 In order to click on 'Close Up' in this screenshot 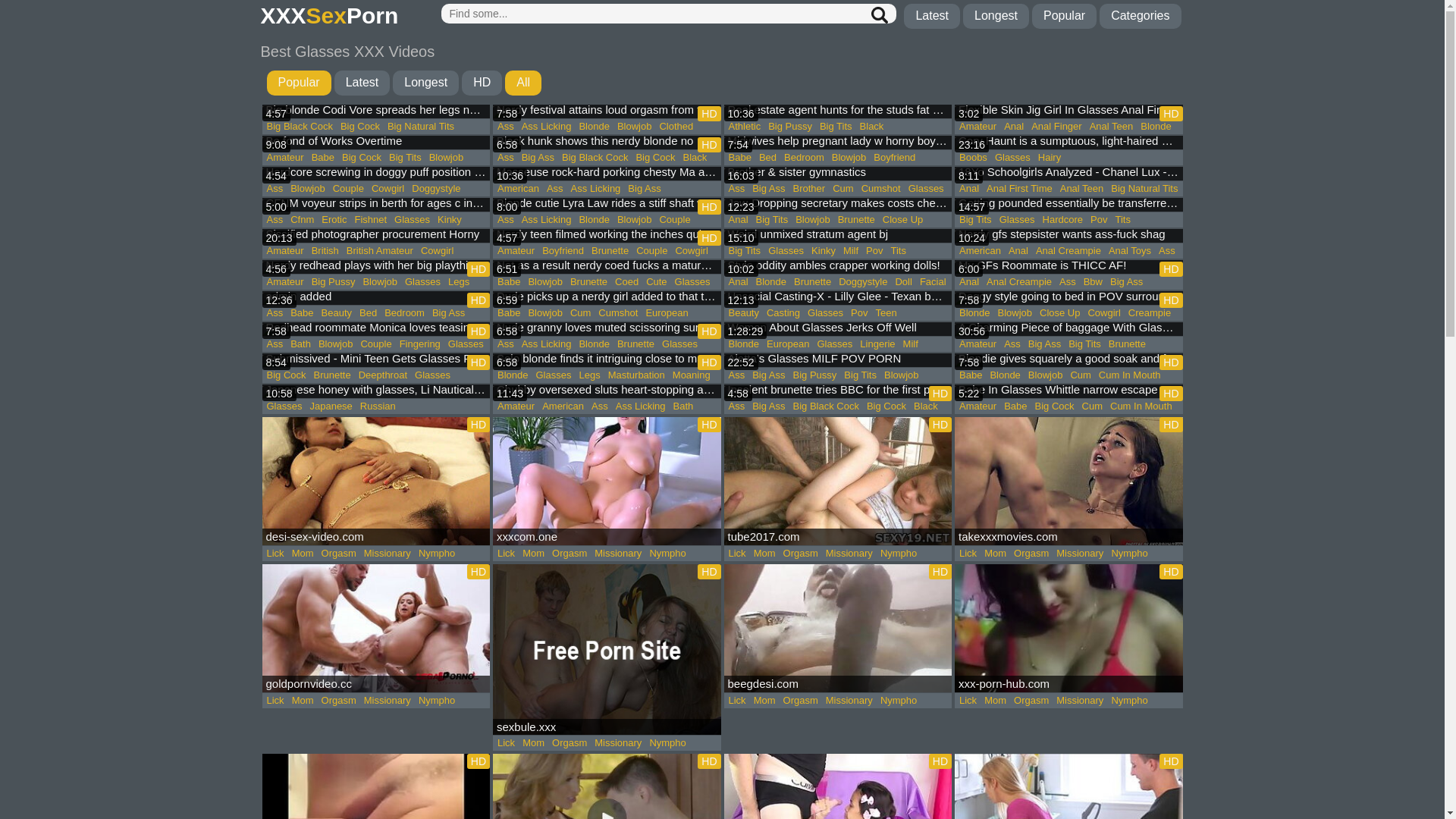, I will do `click(878, 219)`.